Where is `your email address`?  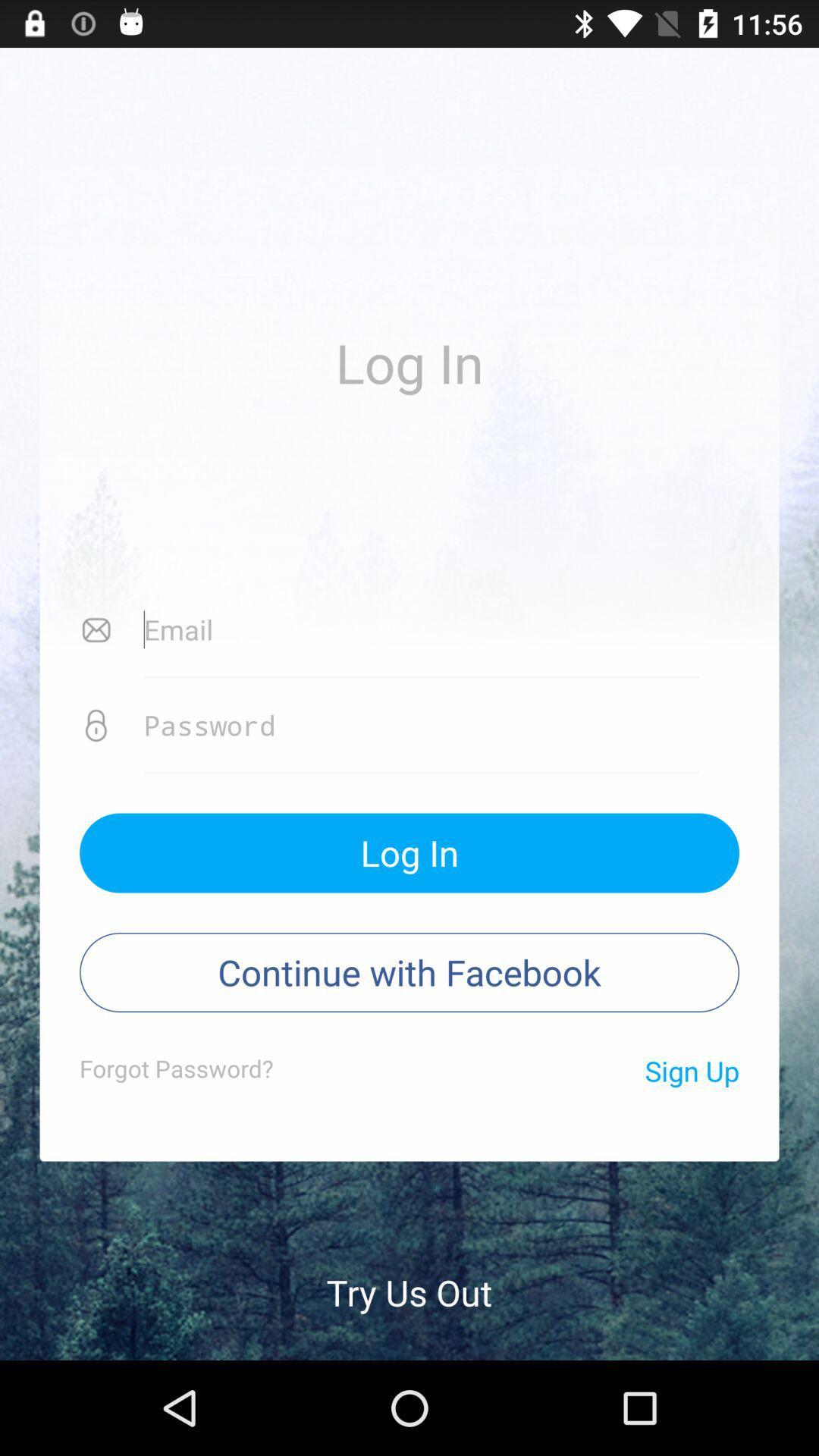 your email address is located at coordinates (422, 629).